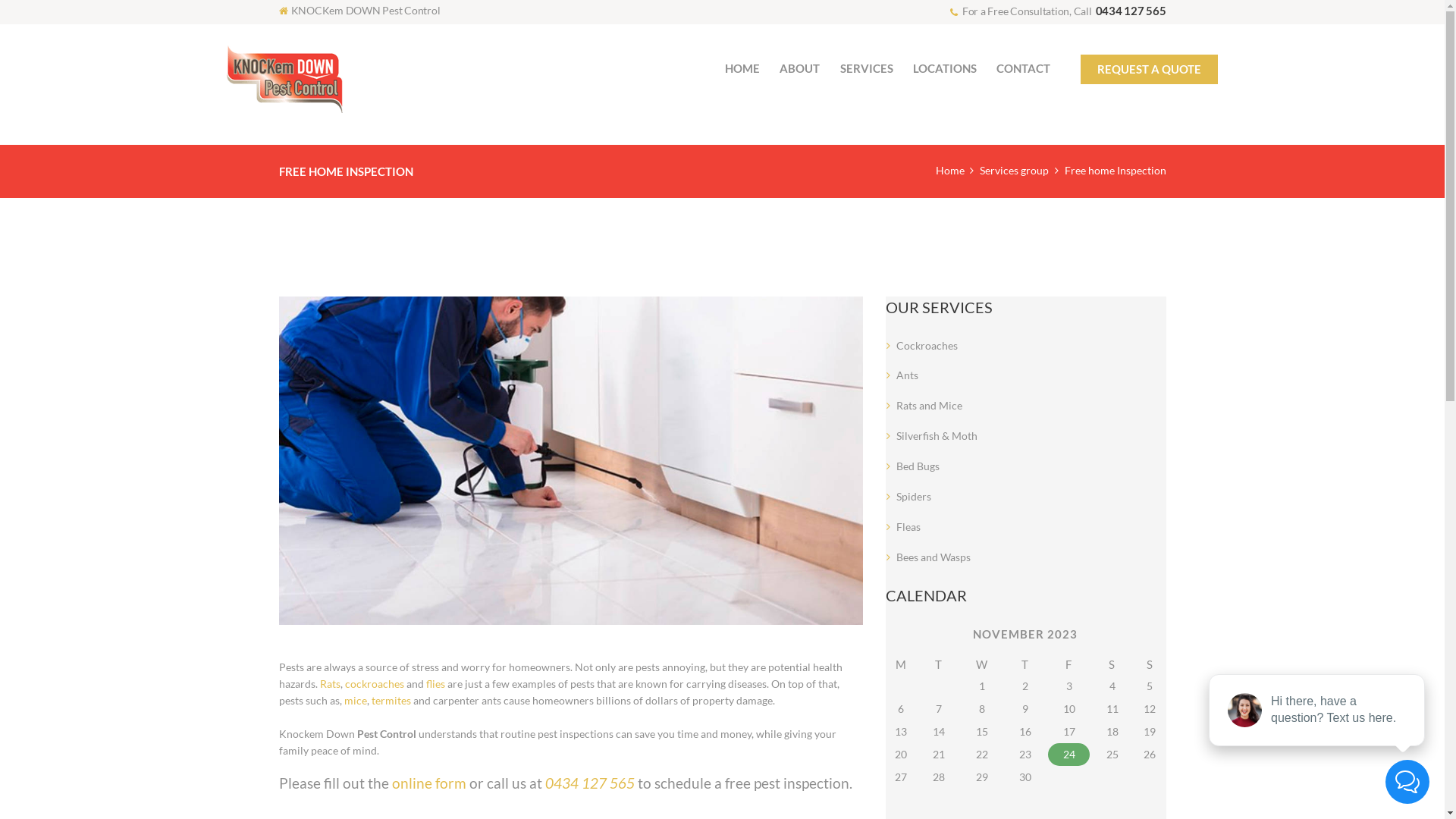 This screenshot has width=1456, height=819. Describe the element at coordinates (908, 526) in the screenshot. I see `'Fleas'` at that location.